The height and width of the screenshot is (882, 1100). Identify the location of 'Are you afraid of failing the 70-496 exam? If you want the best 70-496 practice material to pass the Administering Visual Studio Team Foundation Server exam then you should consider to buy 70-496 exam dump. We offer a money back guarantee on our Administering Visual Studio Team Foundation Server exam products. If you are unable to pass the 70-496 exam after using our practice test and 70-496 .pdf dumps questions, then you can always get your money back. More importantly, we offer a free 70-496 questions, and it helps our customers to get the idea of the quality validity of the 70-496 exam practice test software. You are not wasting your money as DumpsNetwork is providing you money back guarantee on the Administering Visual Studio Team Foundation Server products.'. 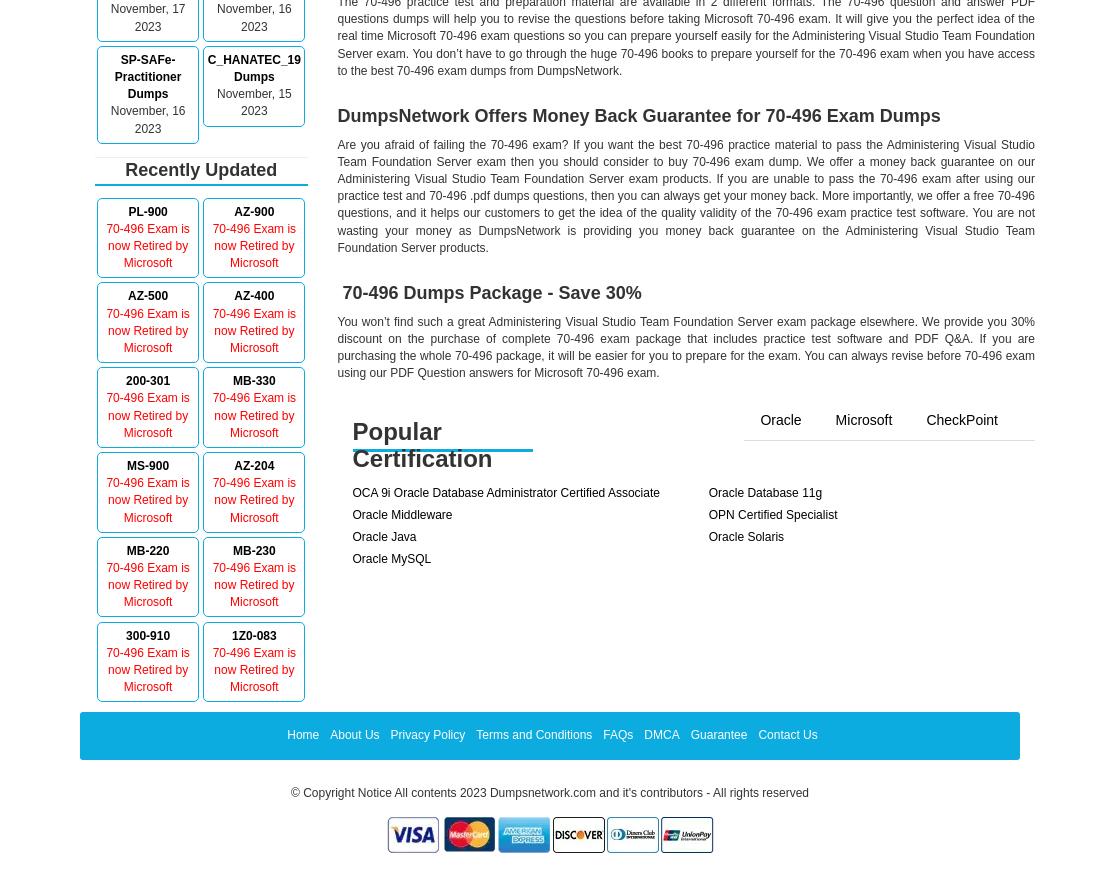
(685, 195).